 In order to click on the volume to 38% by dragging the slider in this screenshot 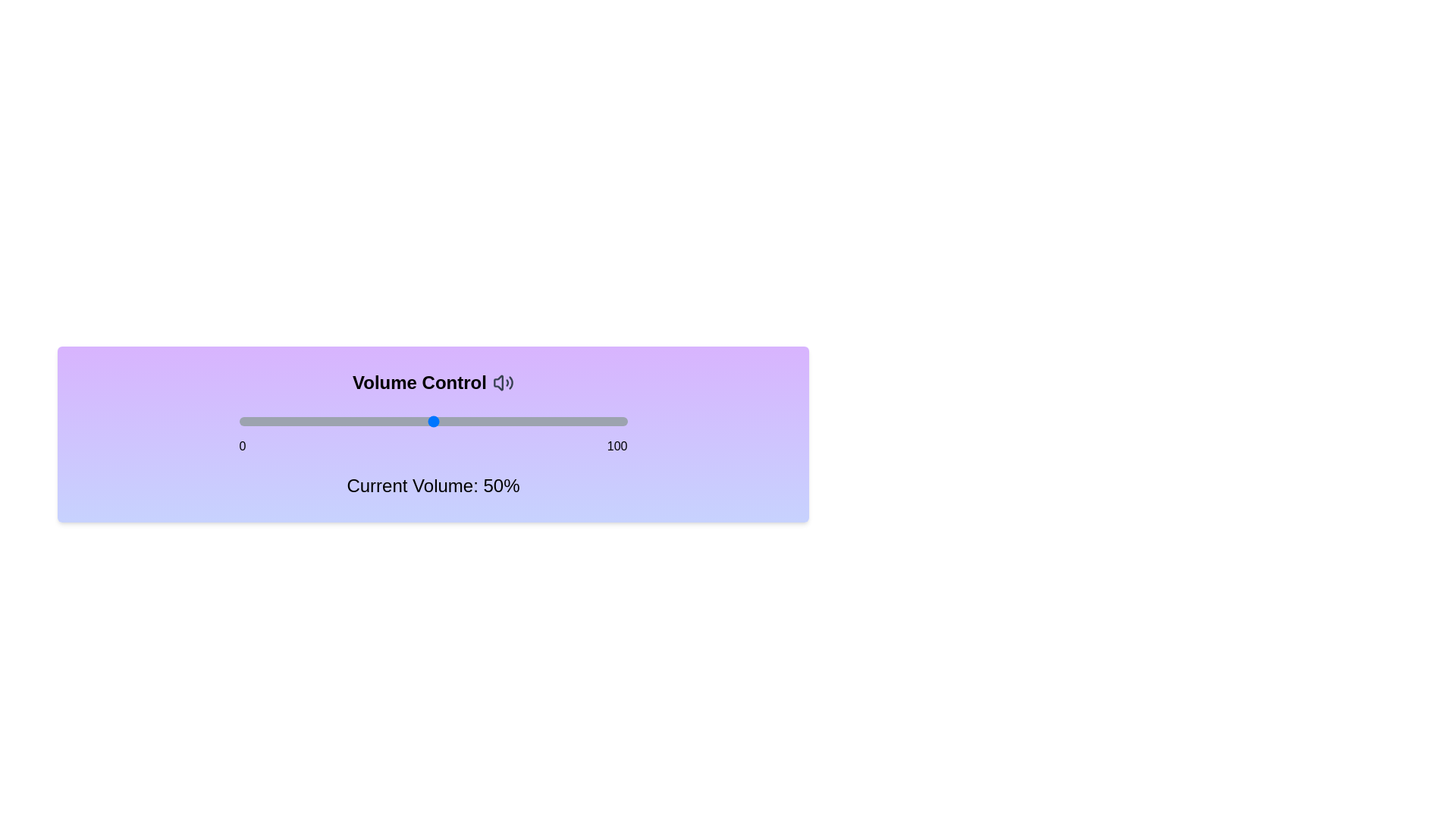, I will do `click(387, 421)`.